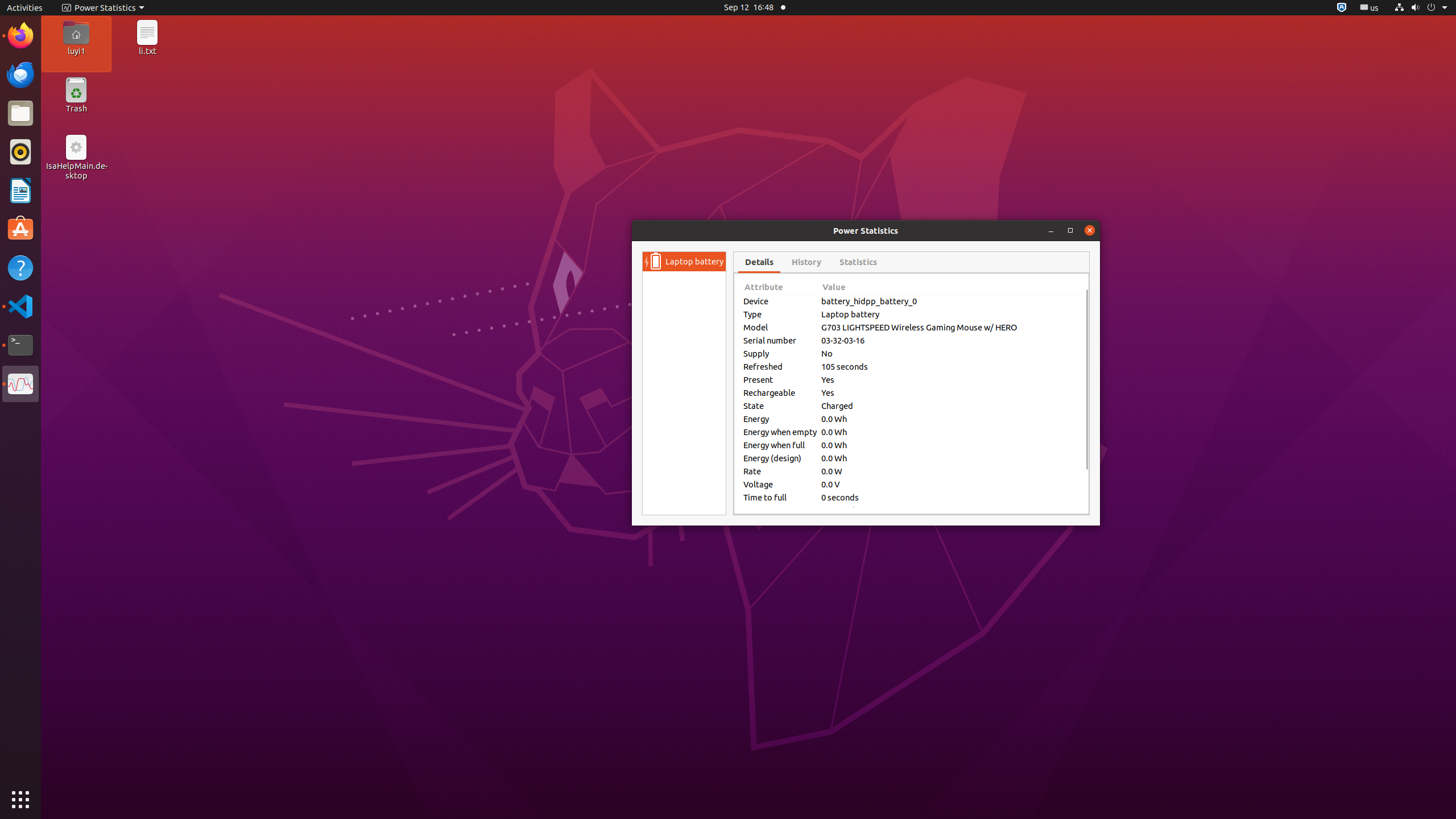 This screenshot has width=1456, height=819. What do you see at coordinates (779, 300) in the screenshot?
I see `'Device'` at bounding box center [779, 300].